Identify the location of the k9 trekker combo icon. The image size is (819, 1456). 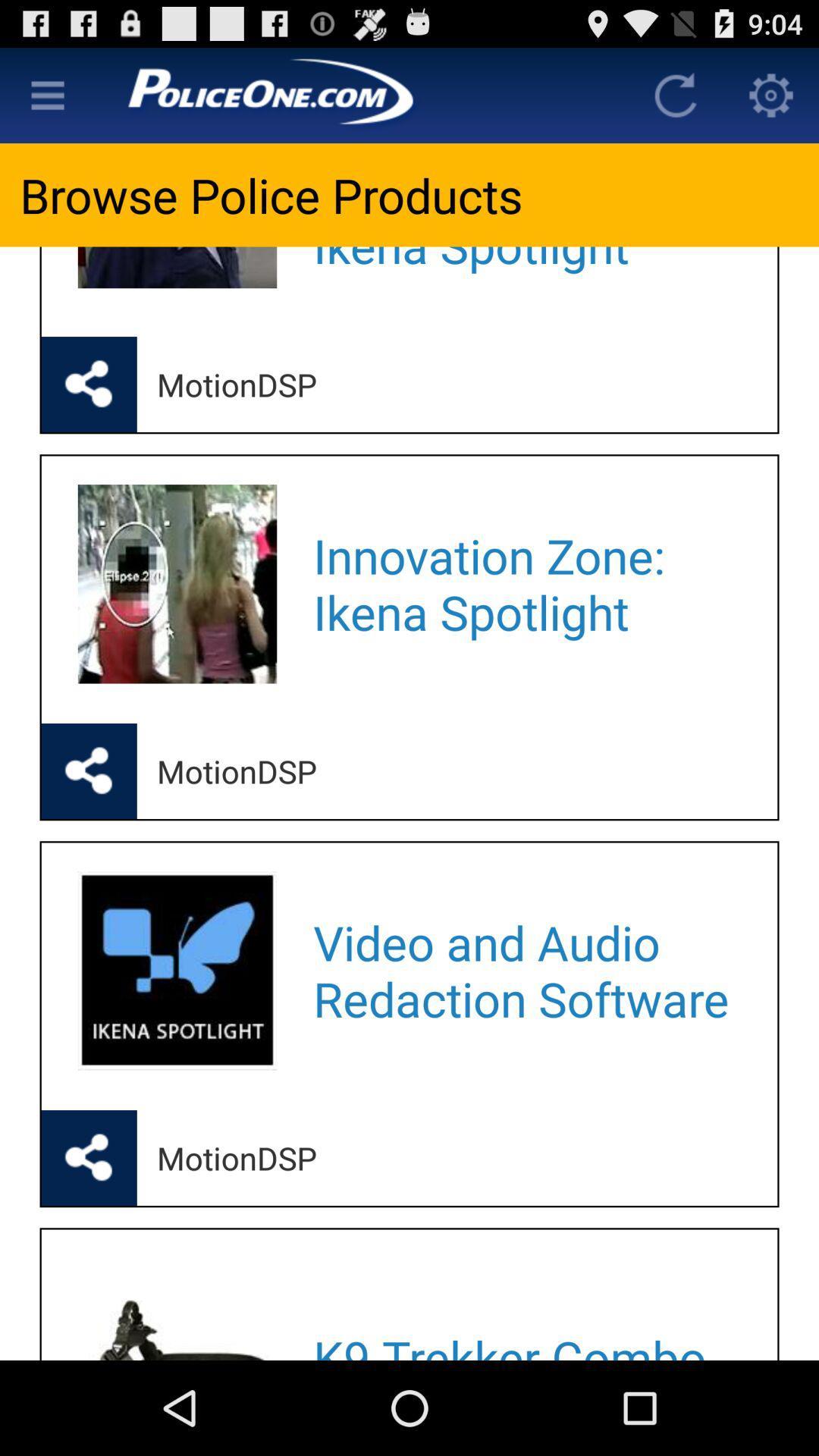
(525, 1308).